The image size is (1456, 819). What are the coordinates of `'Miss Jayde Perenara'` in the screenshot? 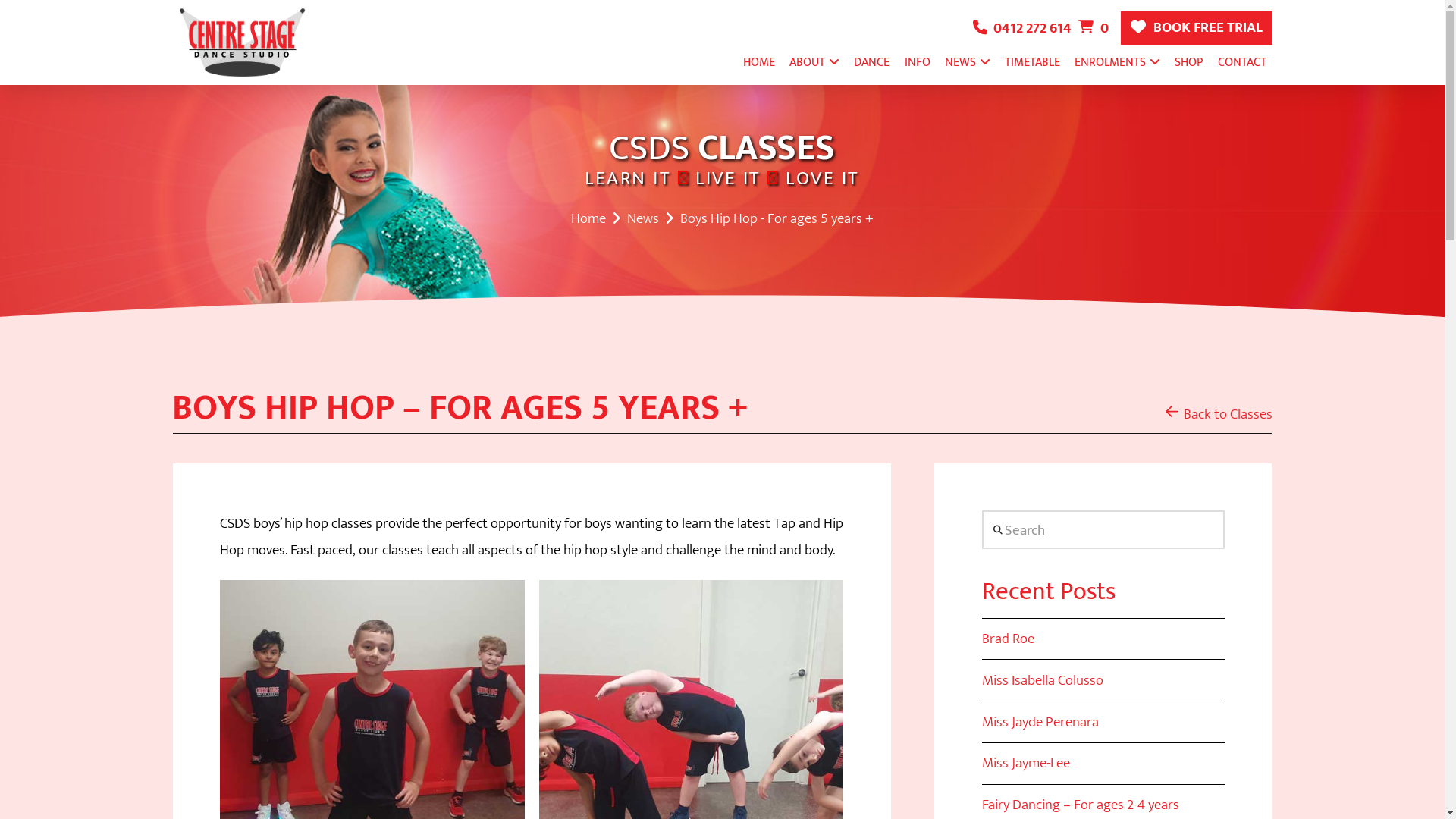 It's located at (1040, 721).